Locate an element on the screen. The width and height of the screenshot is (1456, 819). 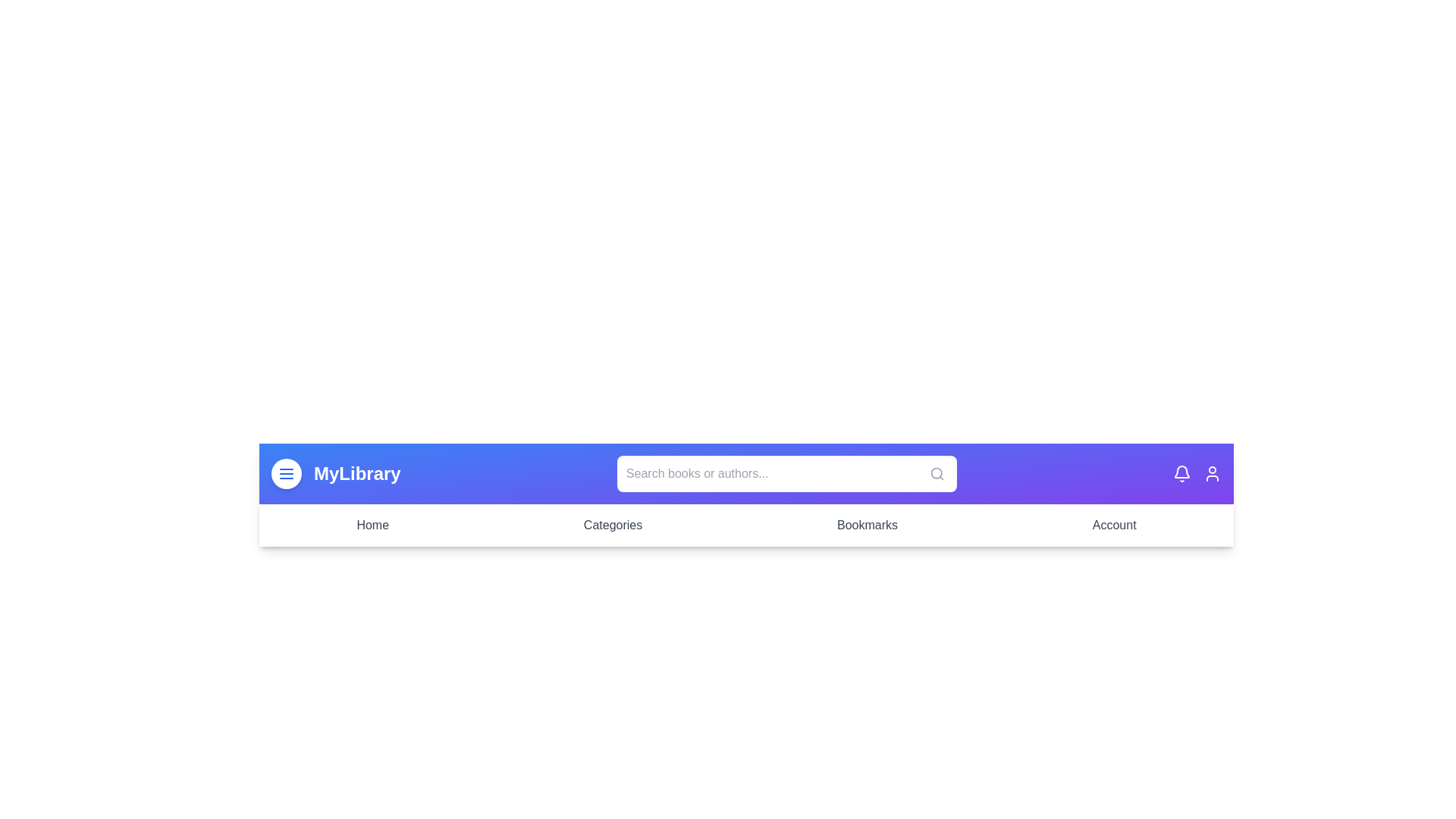
the user profile icon is located at coordinates (1211, 472).